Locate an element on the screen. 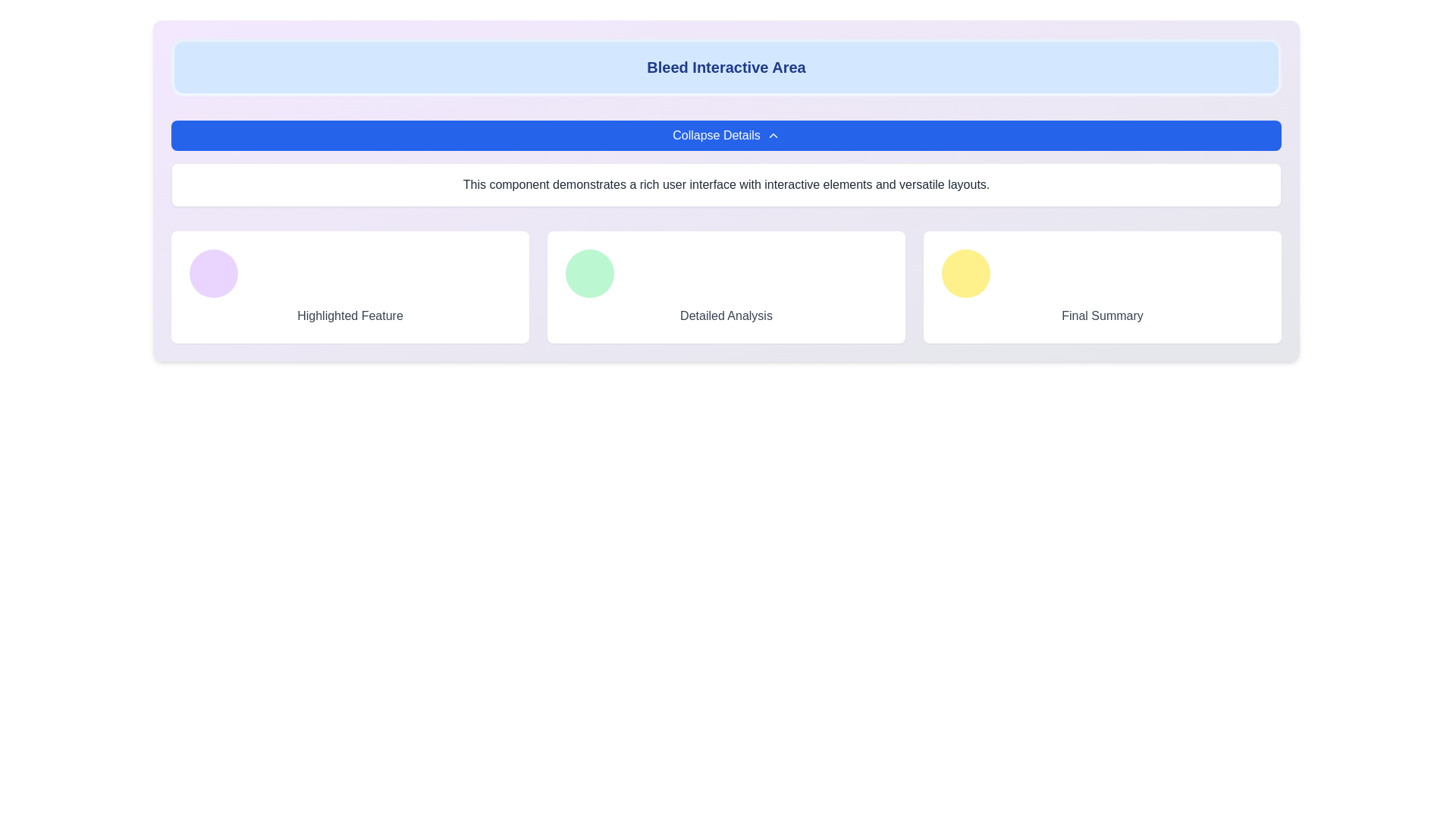 Image resolution: width=1456 pixels, height=819 pixels. the text label displaying 'Detailed Analysis', which is styled in gray font and positioned below a circular graphic with a green background is located at coordinates (726, 315).